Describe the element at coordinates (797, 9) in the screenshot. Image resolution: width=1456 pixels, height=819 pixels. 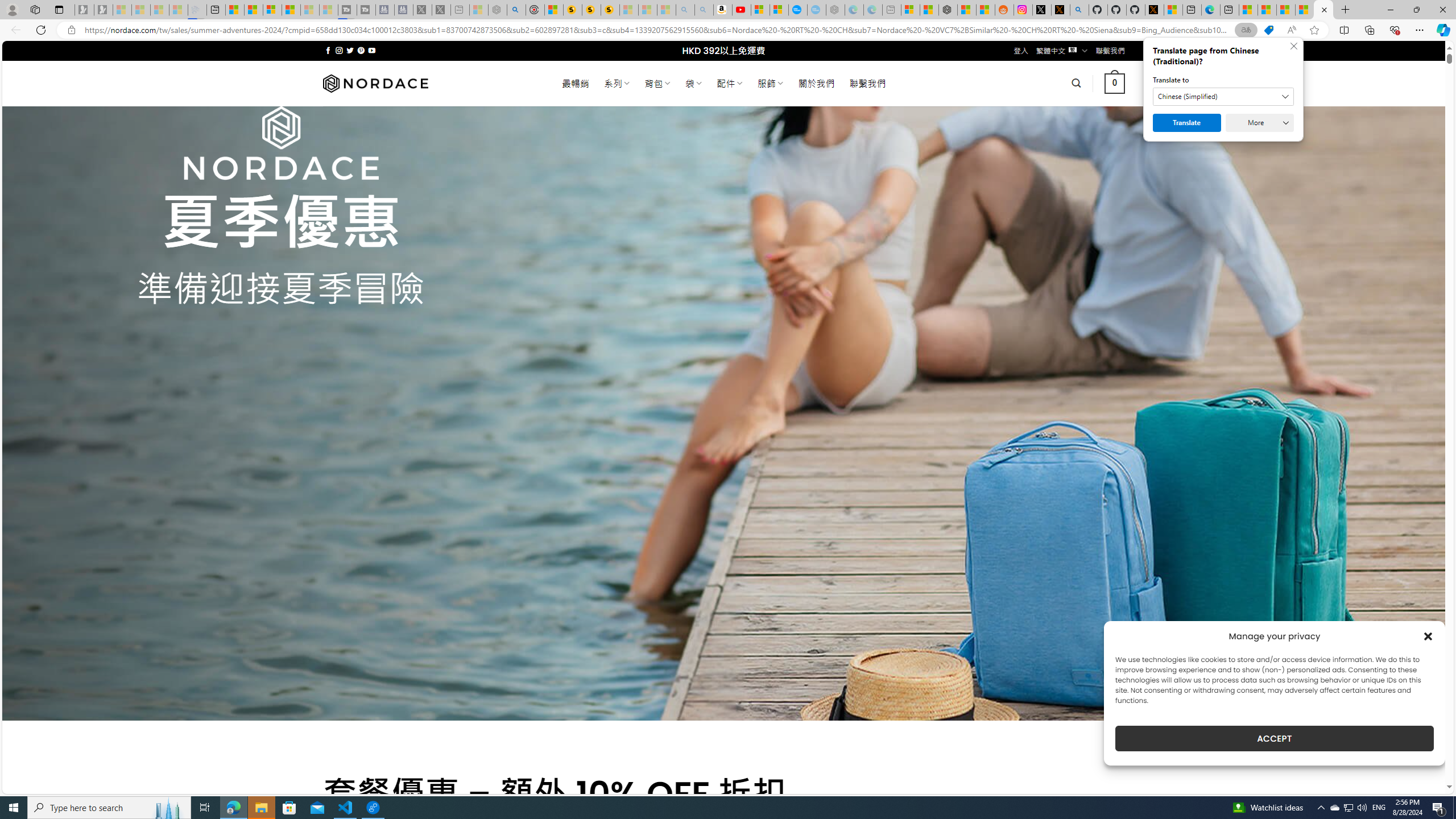
I see `'Opinion: Op-Ed and Commentary - USA TODAY'` at that location.